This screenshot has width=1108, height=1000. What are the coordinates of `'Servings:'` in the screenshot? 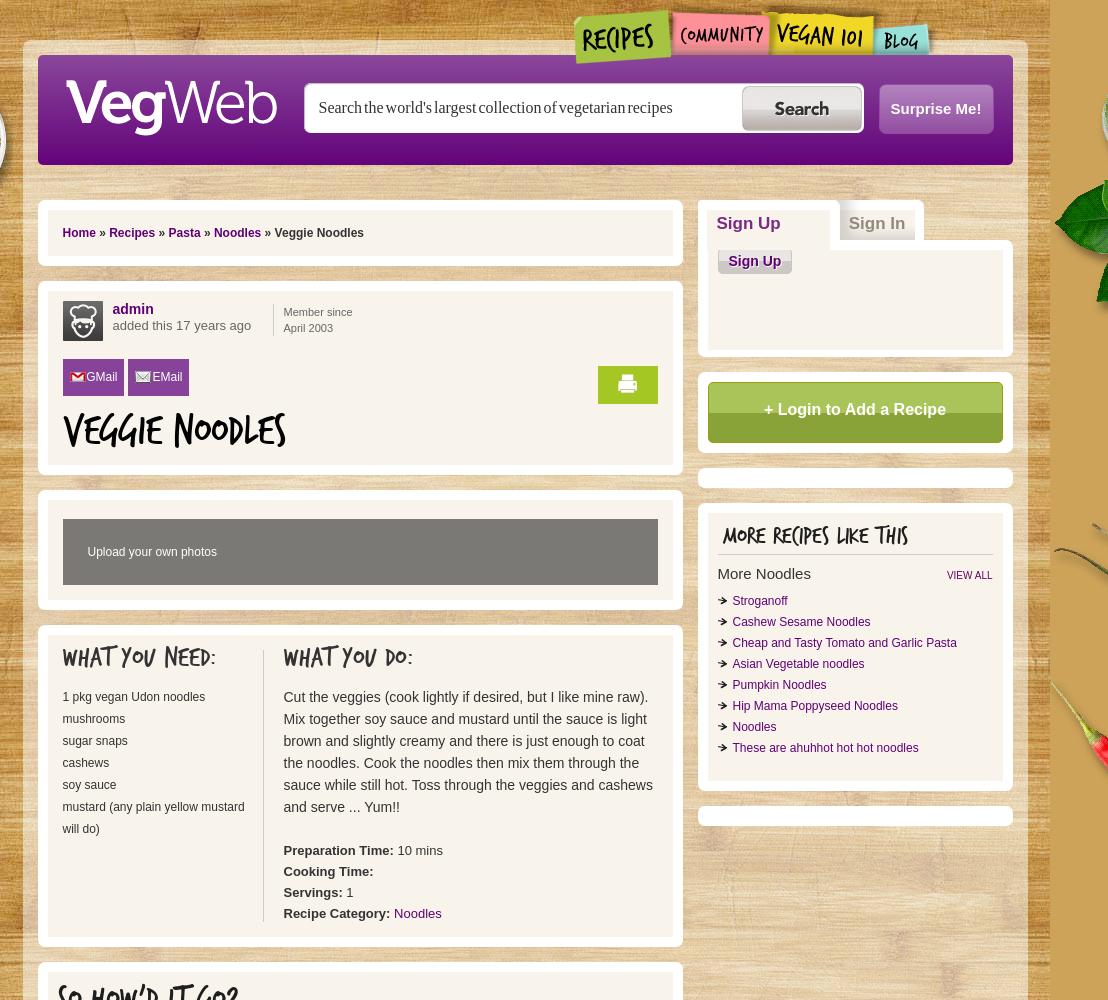 It's located at (314, 892).